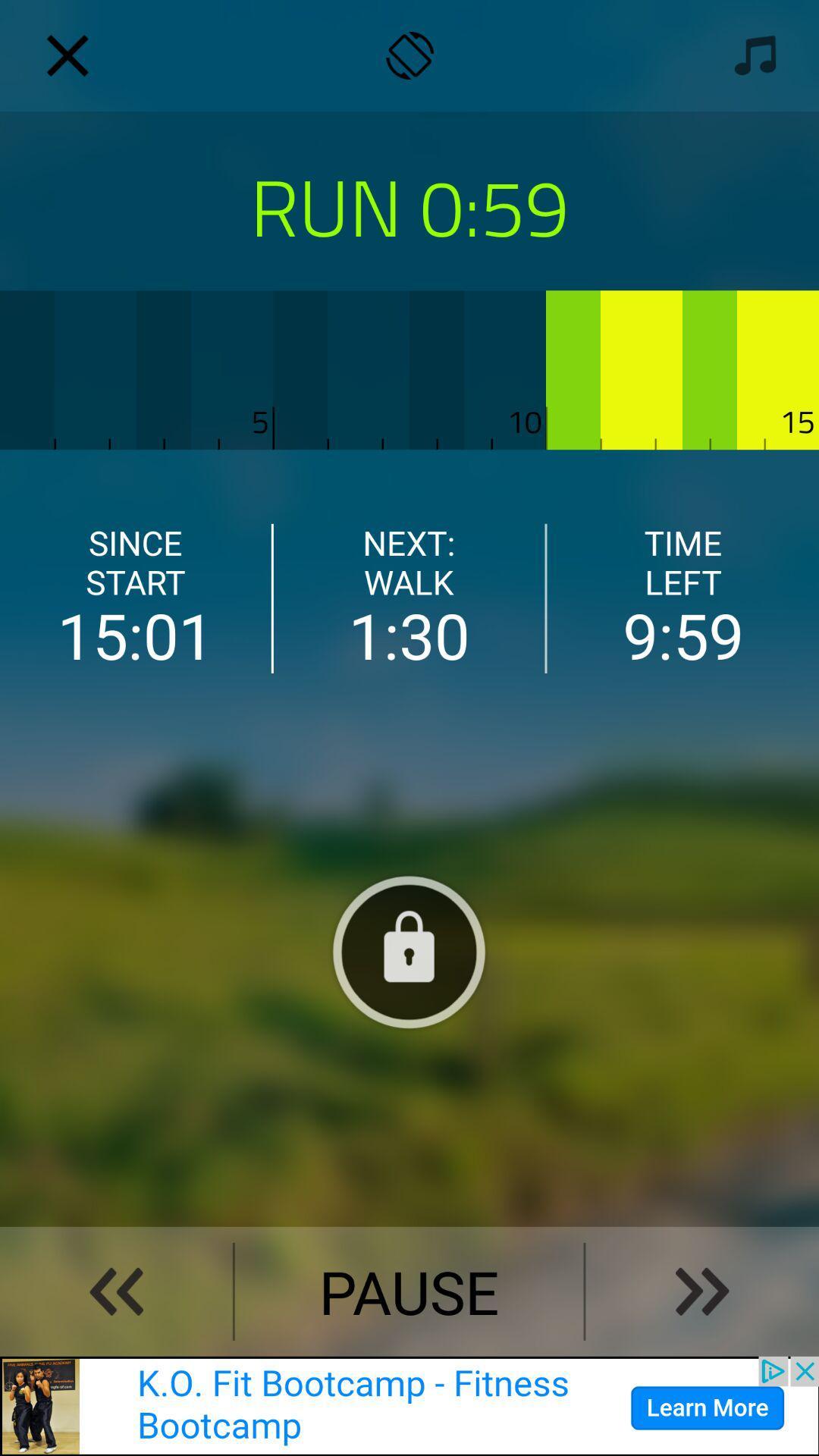  Describe the element at coordinates (751, 55) in the screenshot. I see `music` at that location.